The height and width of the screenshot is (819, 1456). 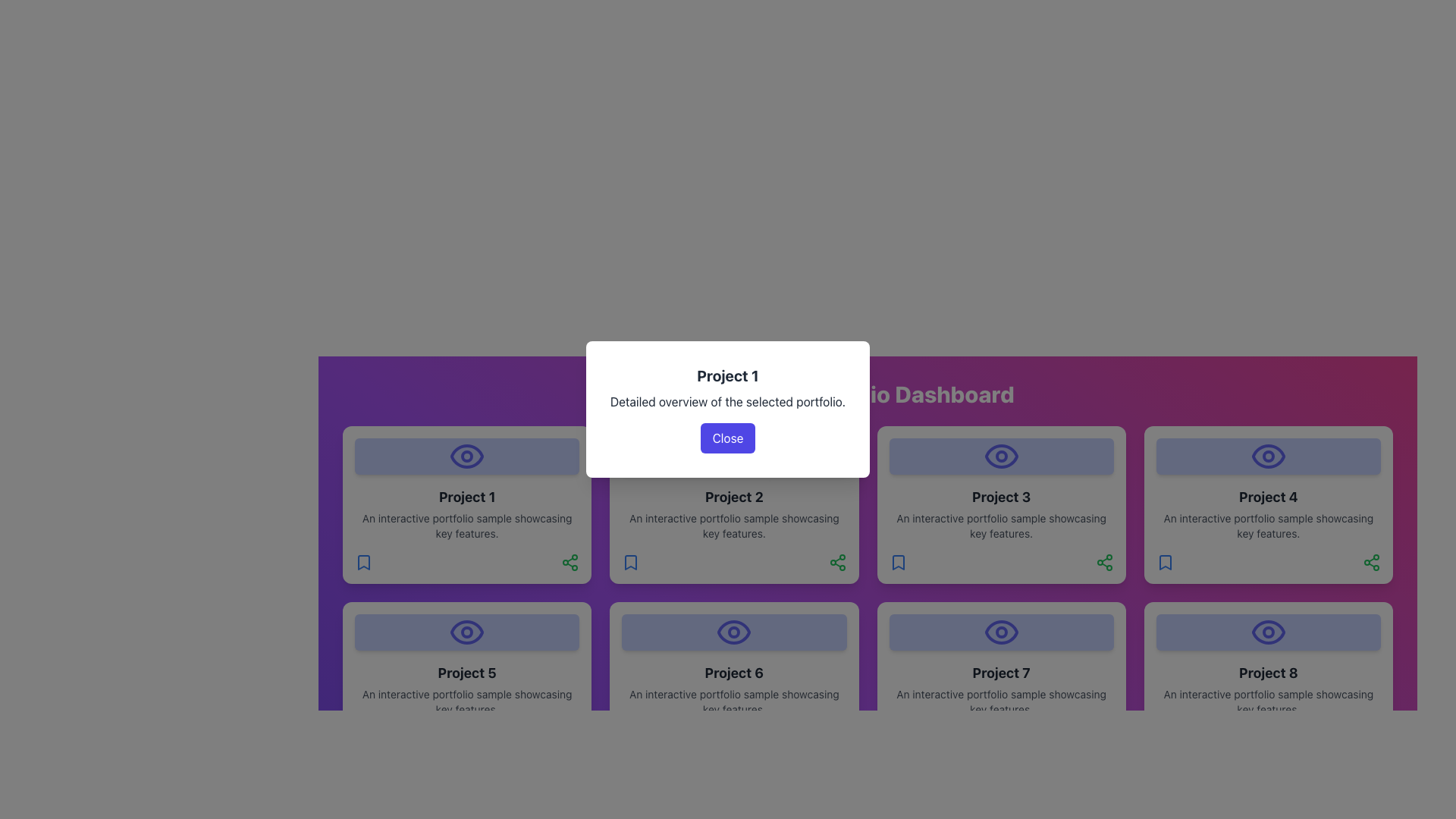 I want to click on the eye icon in the second column, second row of the grid layout, which indicates a visibility or preview feature for 'Project 7', so click(x=1001, y=632).